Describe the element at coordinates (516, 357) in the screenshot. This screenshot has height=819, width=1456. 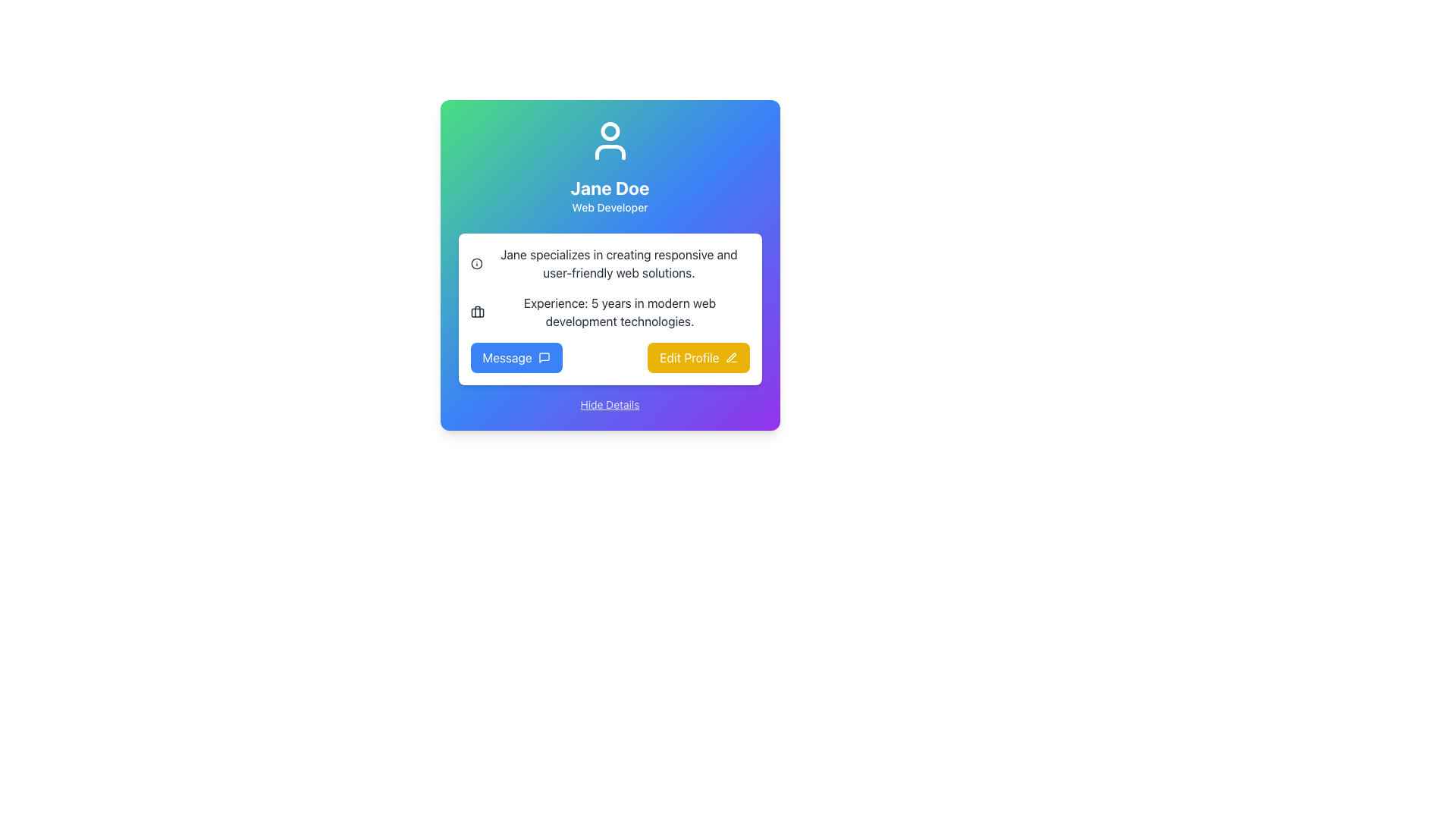
I see `the blue rectangular button labeled 'Message'` at that location.